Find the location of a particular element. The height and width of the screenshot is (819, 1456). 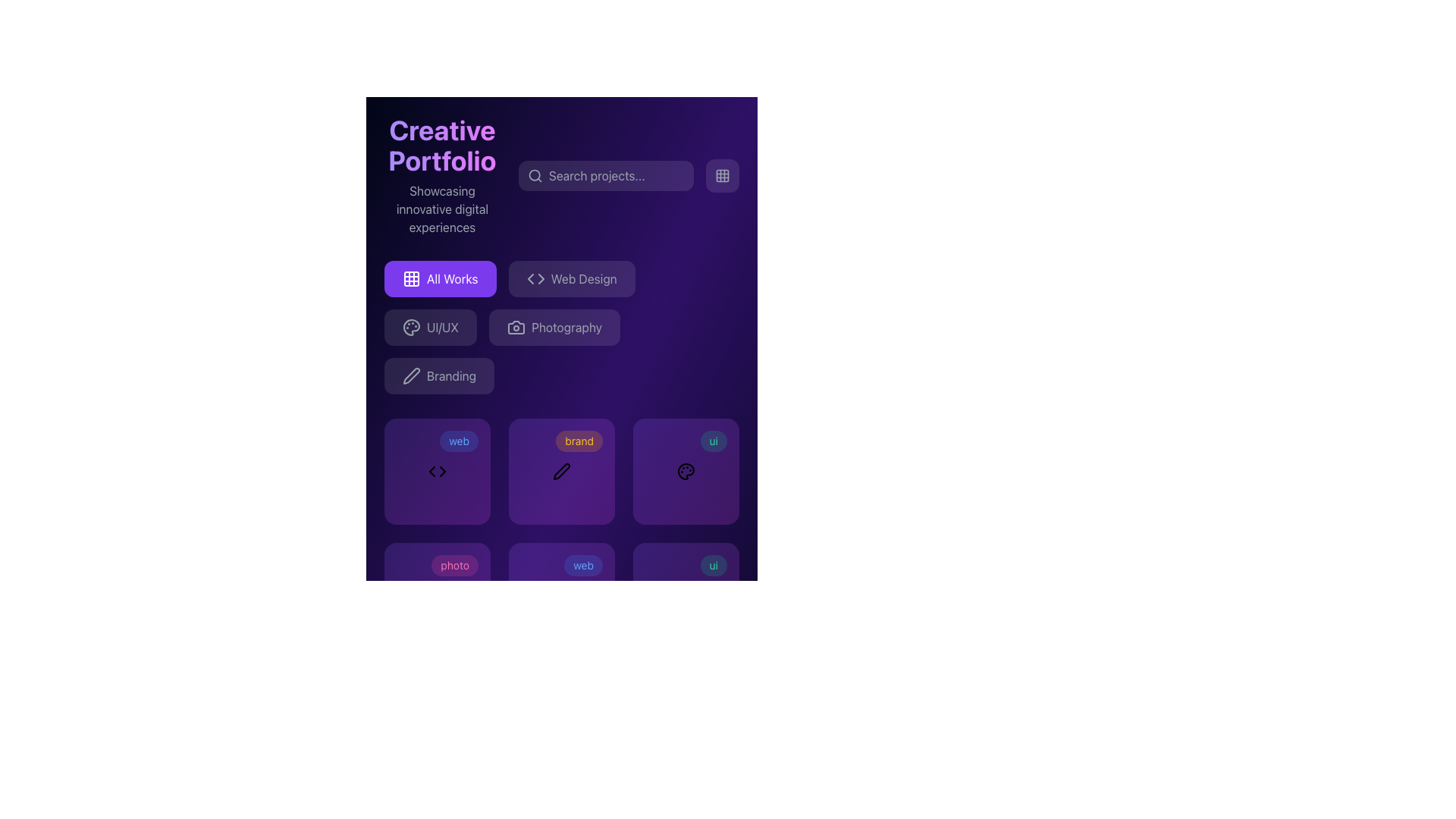

the square icon located in the top-left corner of a 3x3 grid arrangement, positioned to the right of a search bar icon and above a set of labeled buttons is located at coordinates (411, 278).